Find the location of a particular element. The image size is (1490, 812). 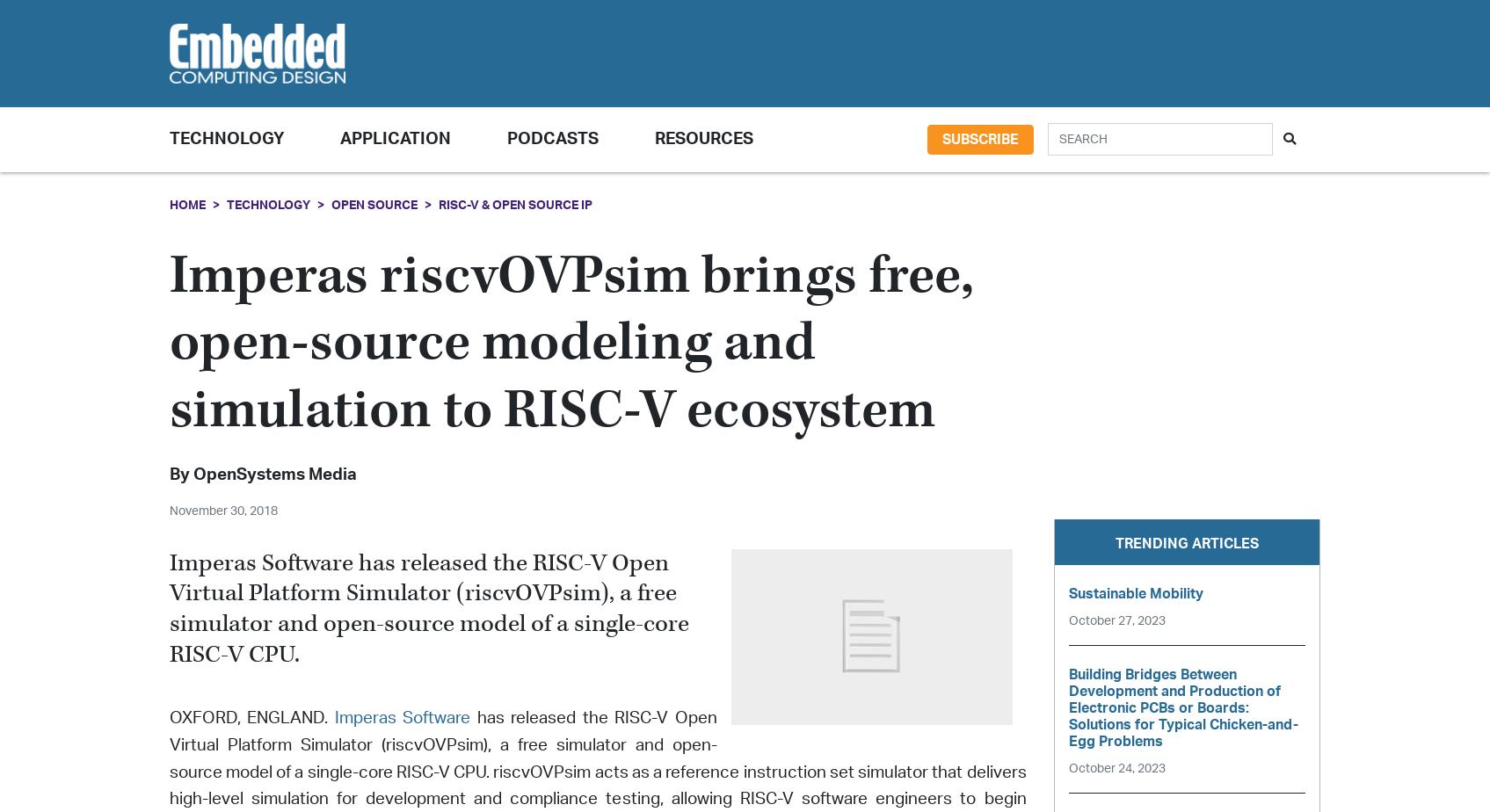

'Imperas riscvOVPsim brings free, open-source modeling and simulation to RISC-V ecosystem' is located at coordinates (570, 343).